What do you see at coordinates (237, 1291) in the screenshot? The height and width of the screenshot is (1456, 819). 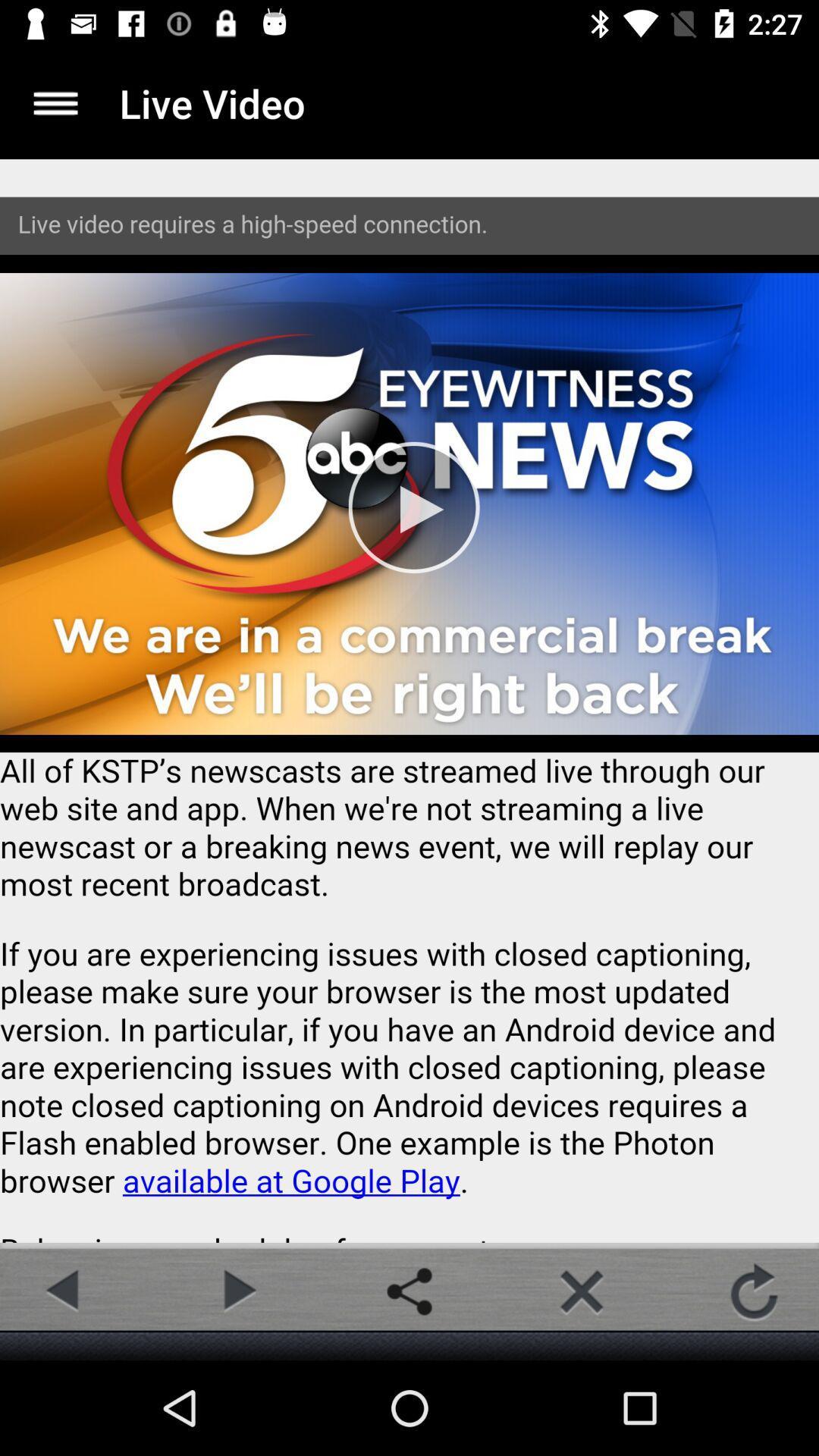 I see `the play icon` at bounding box center [237, 1291].